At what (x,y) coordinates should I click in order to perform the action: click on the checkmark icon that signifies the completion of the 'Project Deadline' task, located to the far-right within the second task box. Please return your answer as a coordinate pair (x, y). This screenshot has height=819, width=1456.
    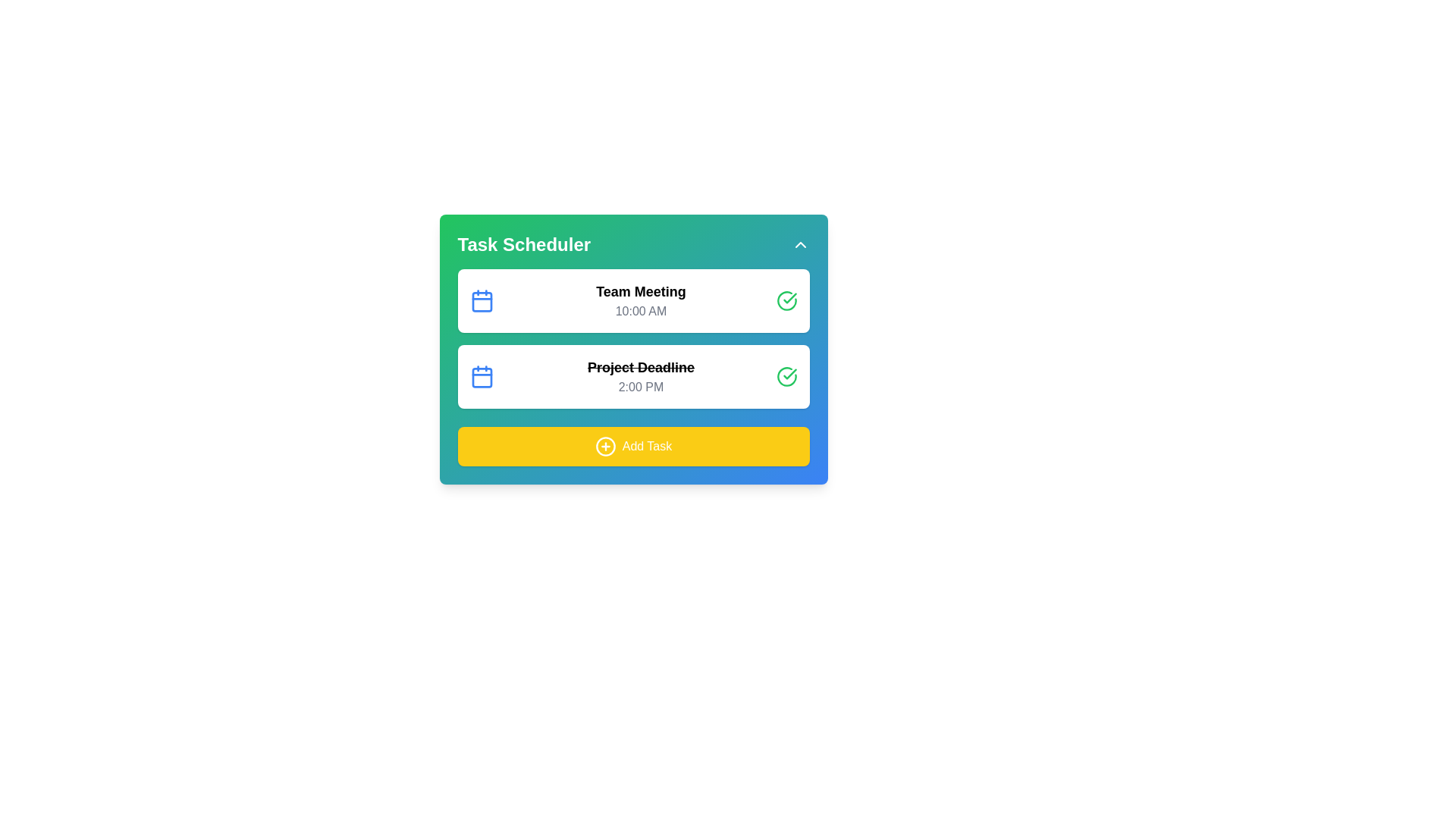
    Looking at the image, I should click on (789, 298).